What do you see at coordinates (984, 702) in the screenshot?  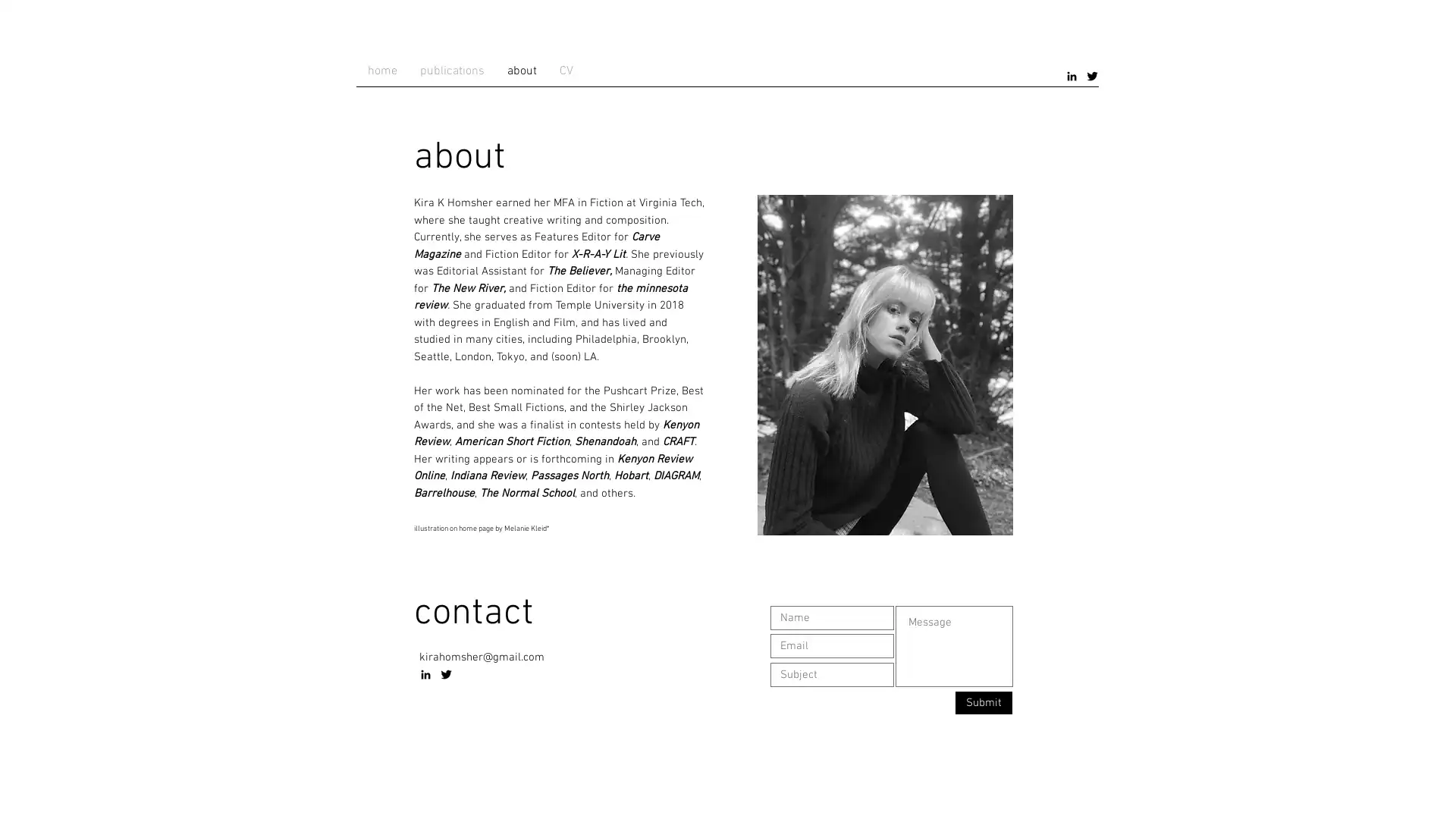 I see `Submit` at bounding box center [984, 702].